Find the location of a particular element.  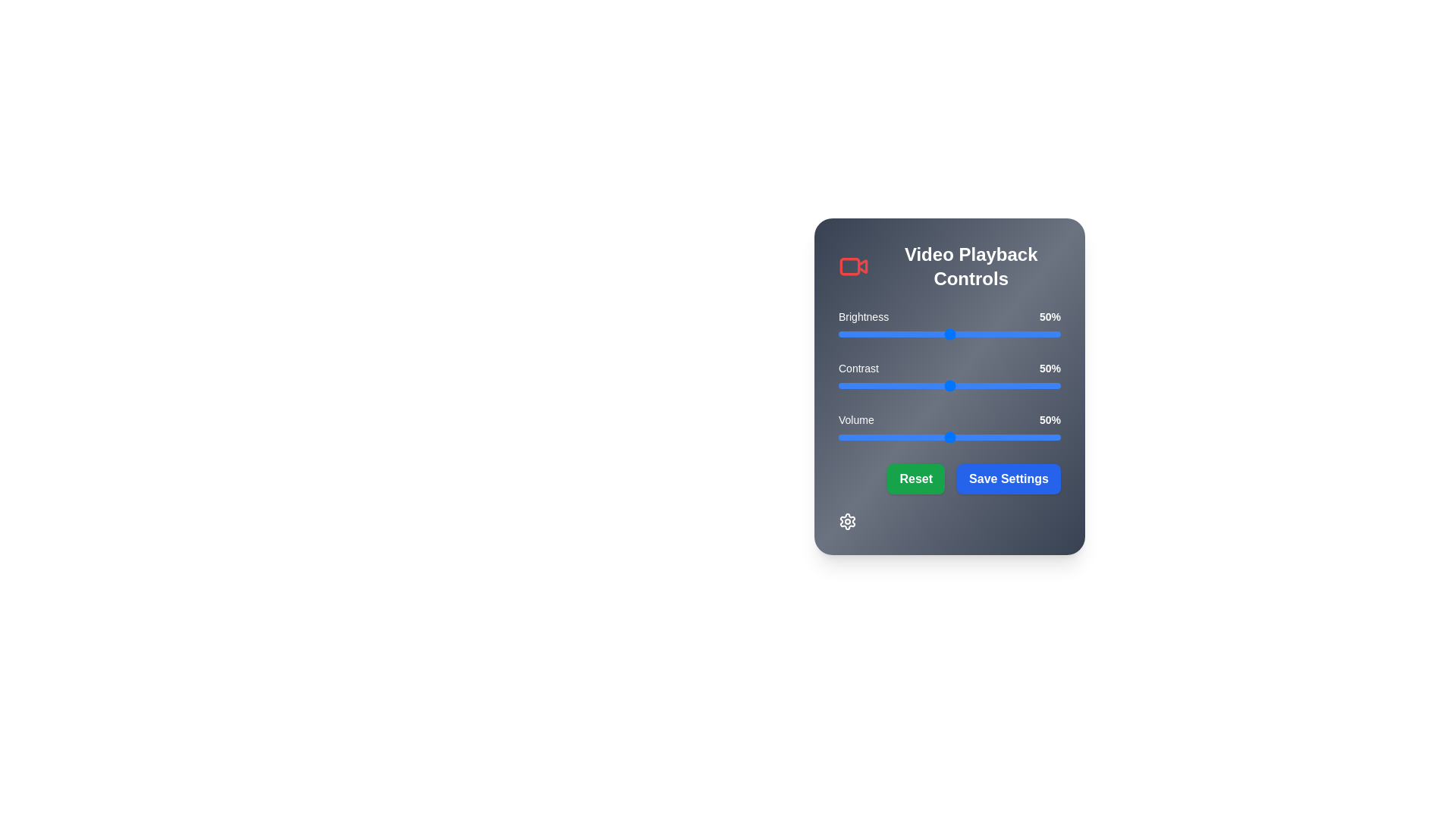

the gear icon located at the bottom-left corner of the 'Video Playback Controls' panel is located at coordinates (847, 520).